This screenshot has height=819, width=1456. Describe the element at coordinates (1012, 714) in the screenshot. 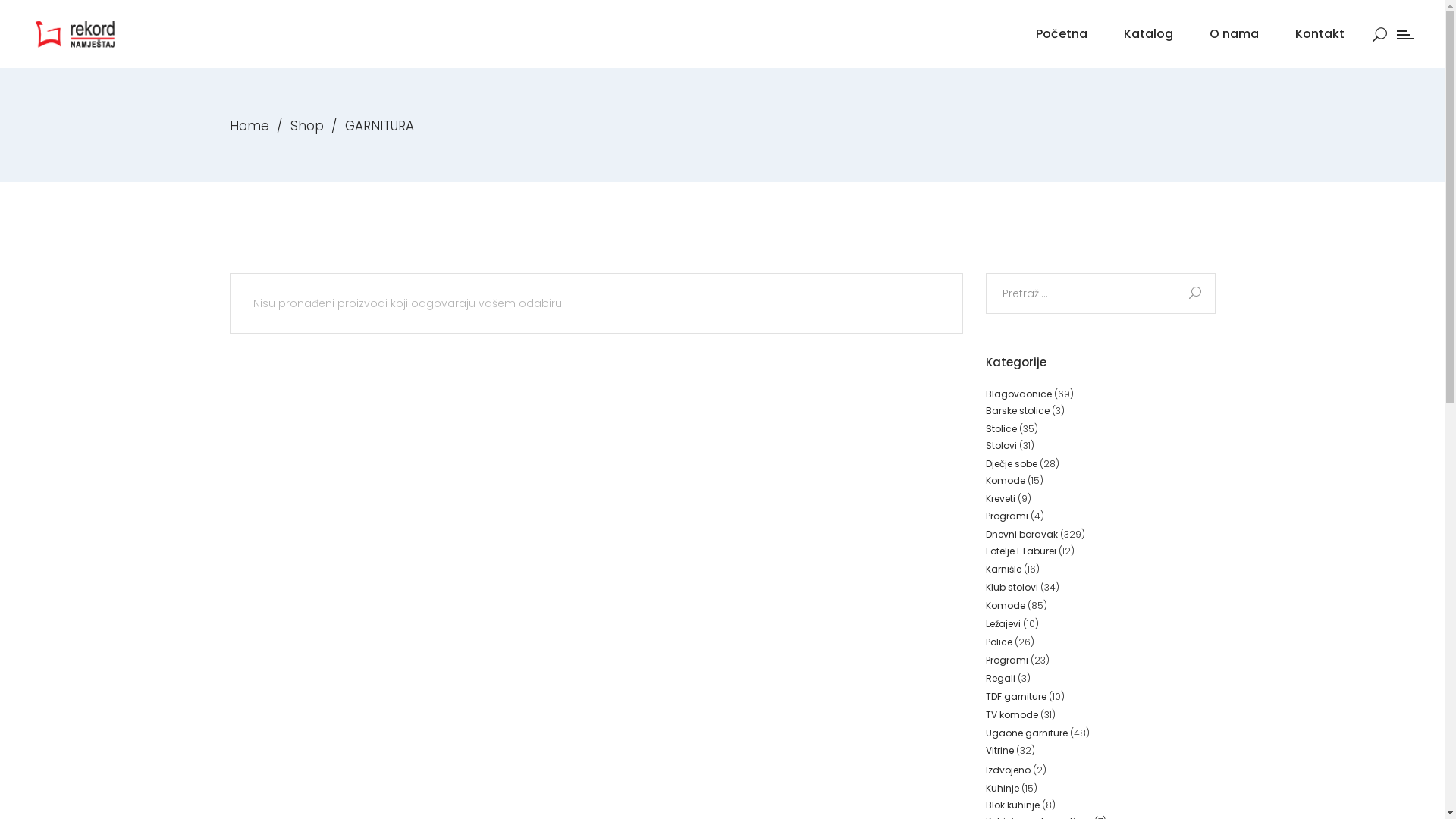

I see `'TV komode'` at that location.